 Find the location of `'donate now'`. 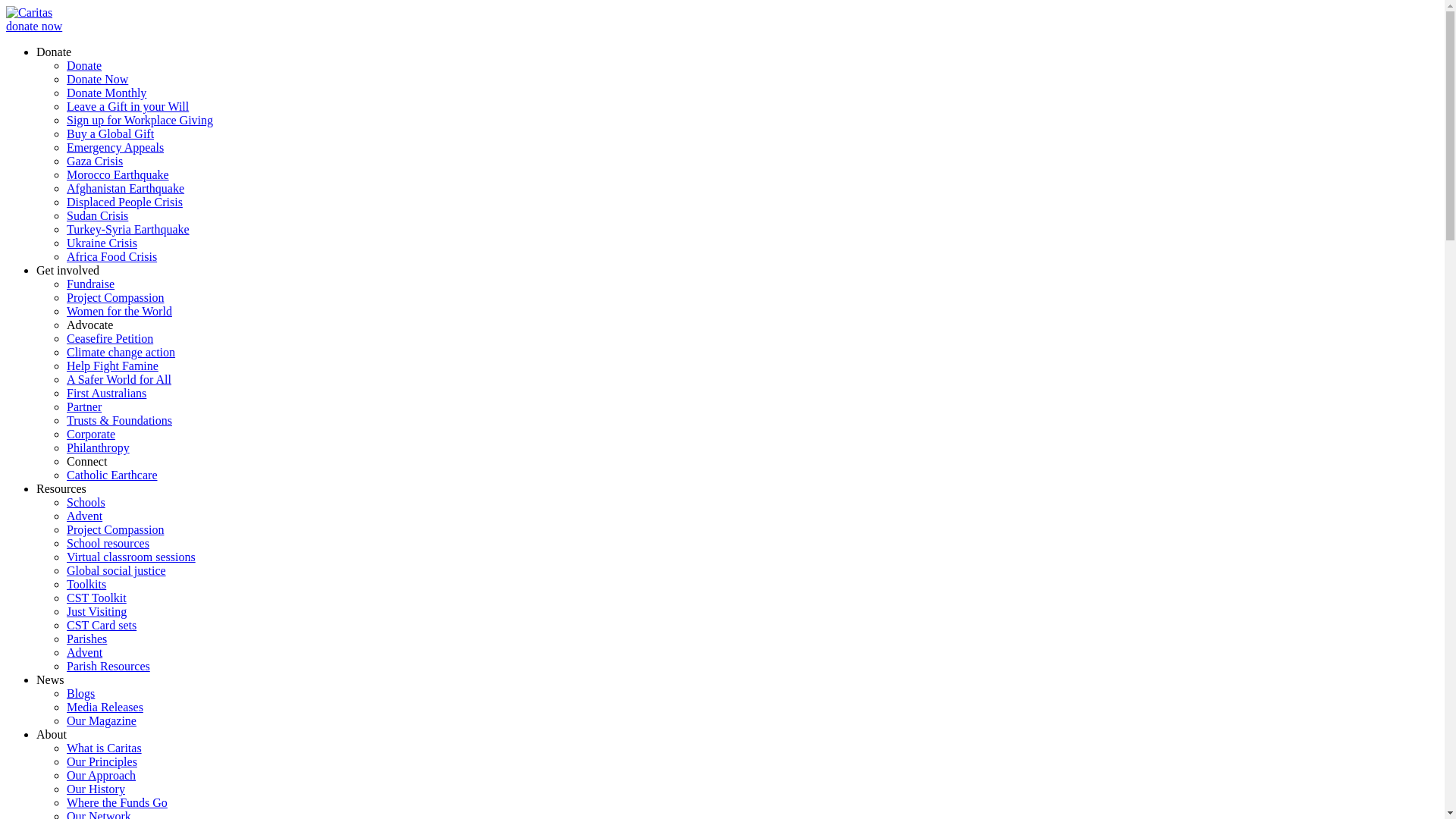

'donate now' is located at coordinates (33, 26).